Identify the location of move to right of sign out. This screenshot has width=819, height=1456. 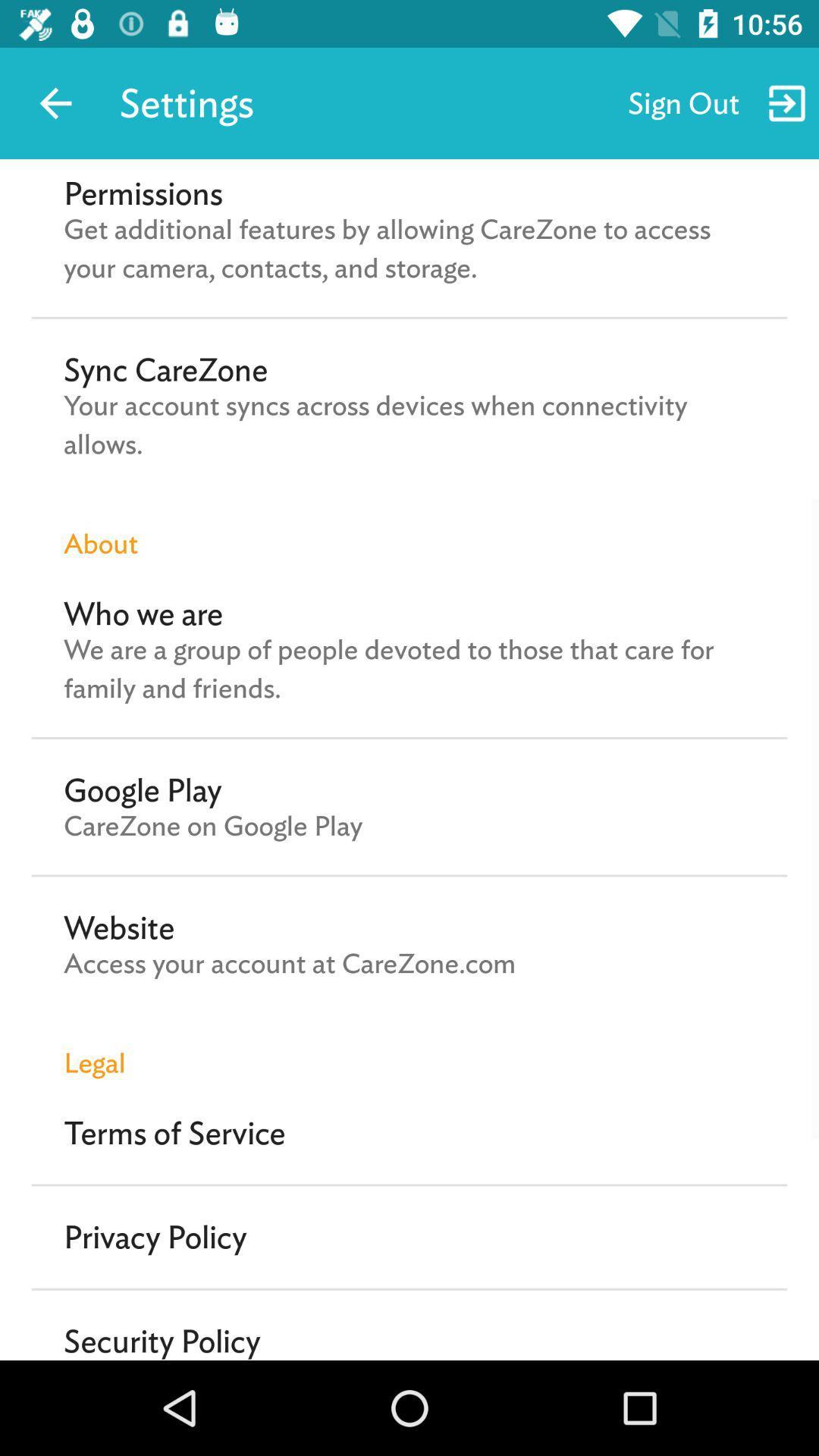
(786, 103).